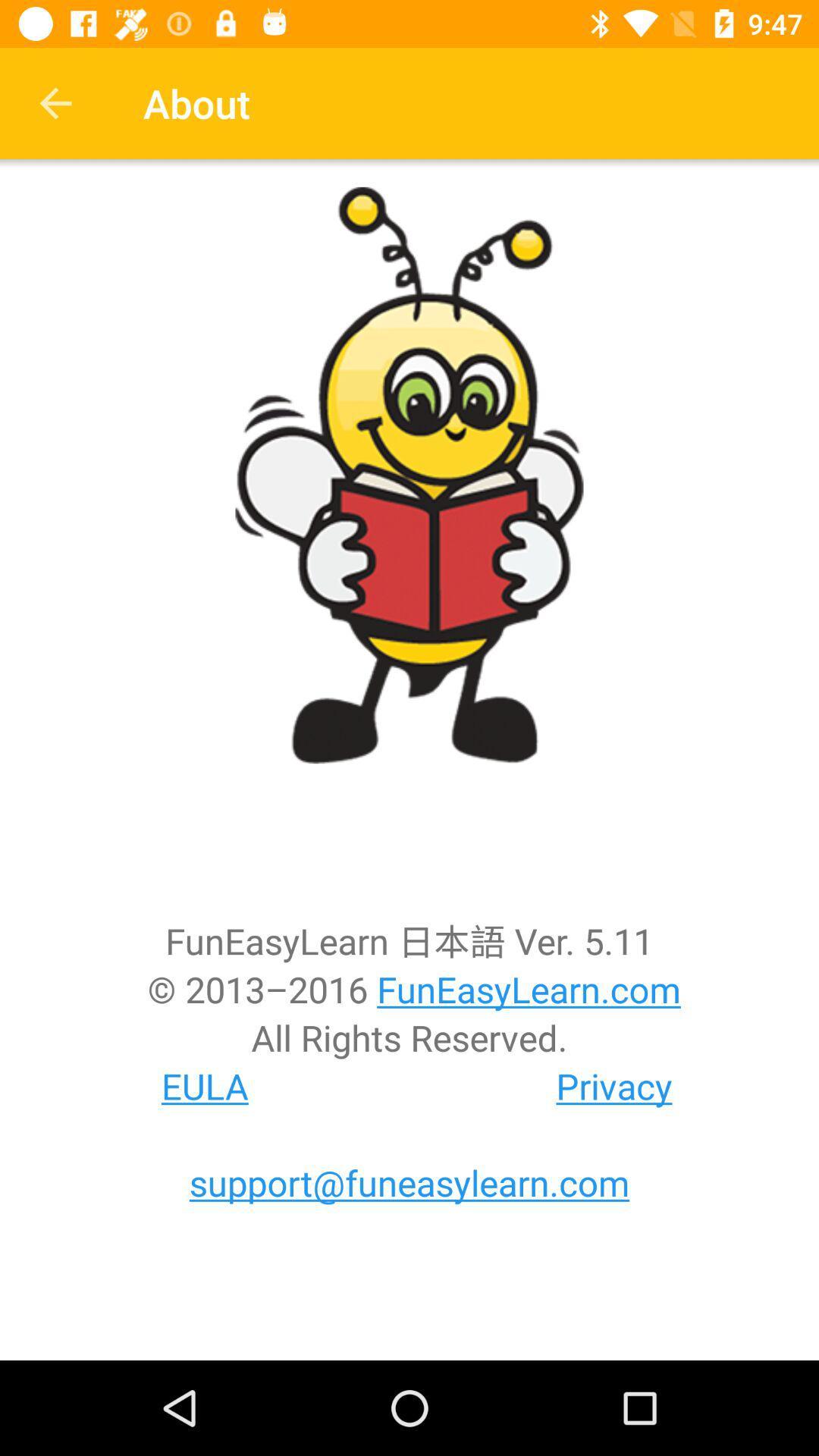  Describe the element at coordinates (205, 1085) in the screenshot. I see `the eula` at that location.